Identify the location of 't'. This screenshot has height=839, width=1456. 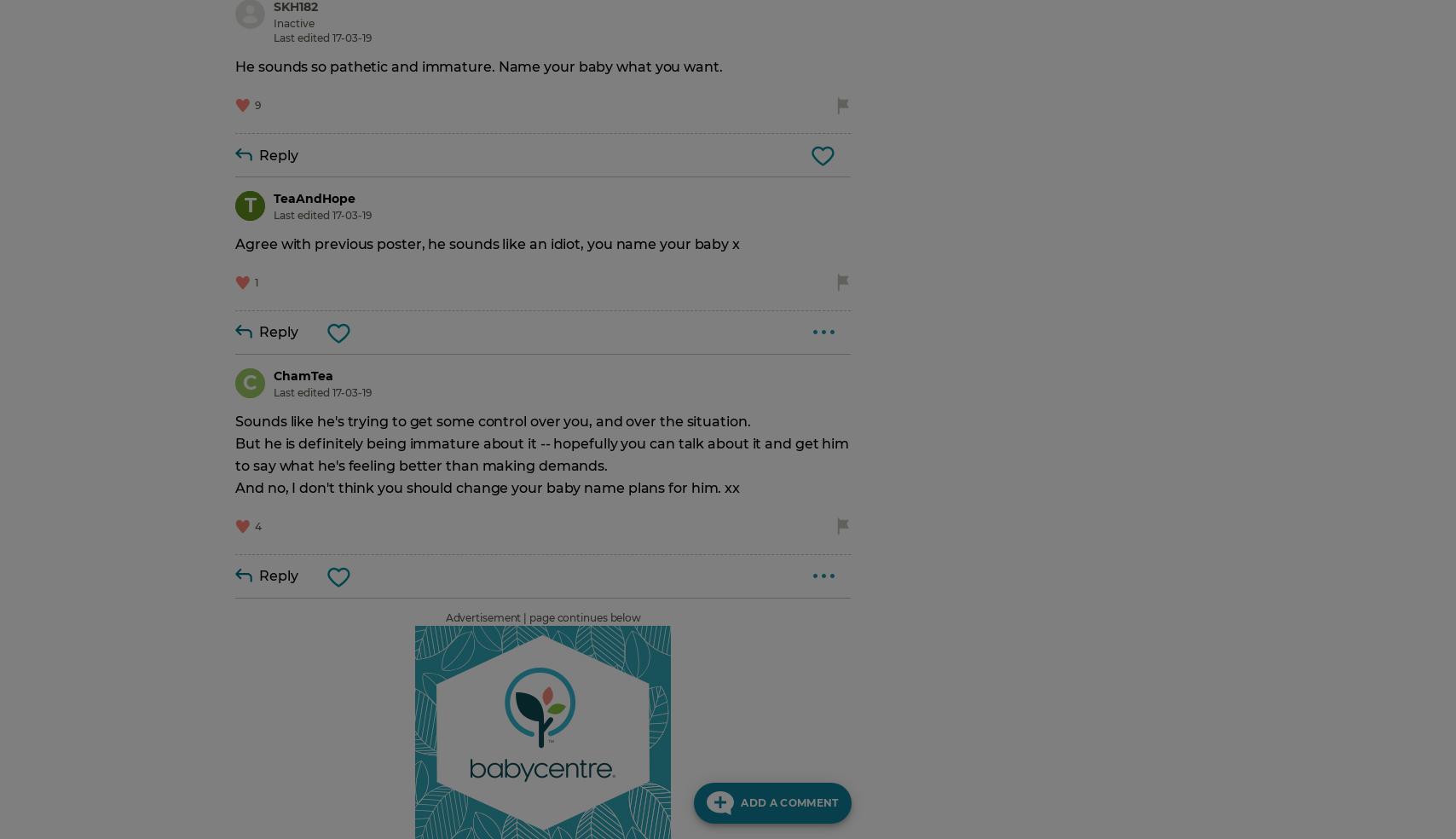
(249, 205).